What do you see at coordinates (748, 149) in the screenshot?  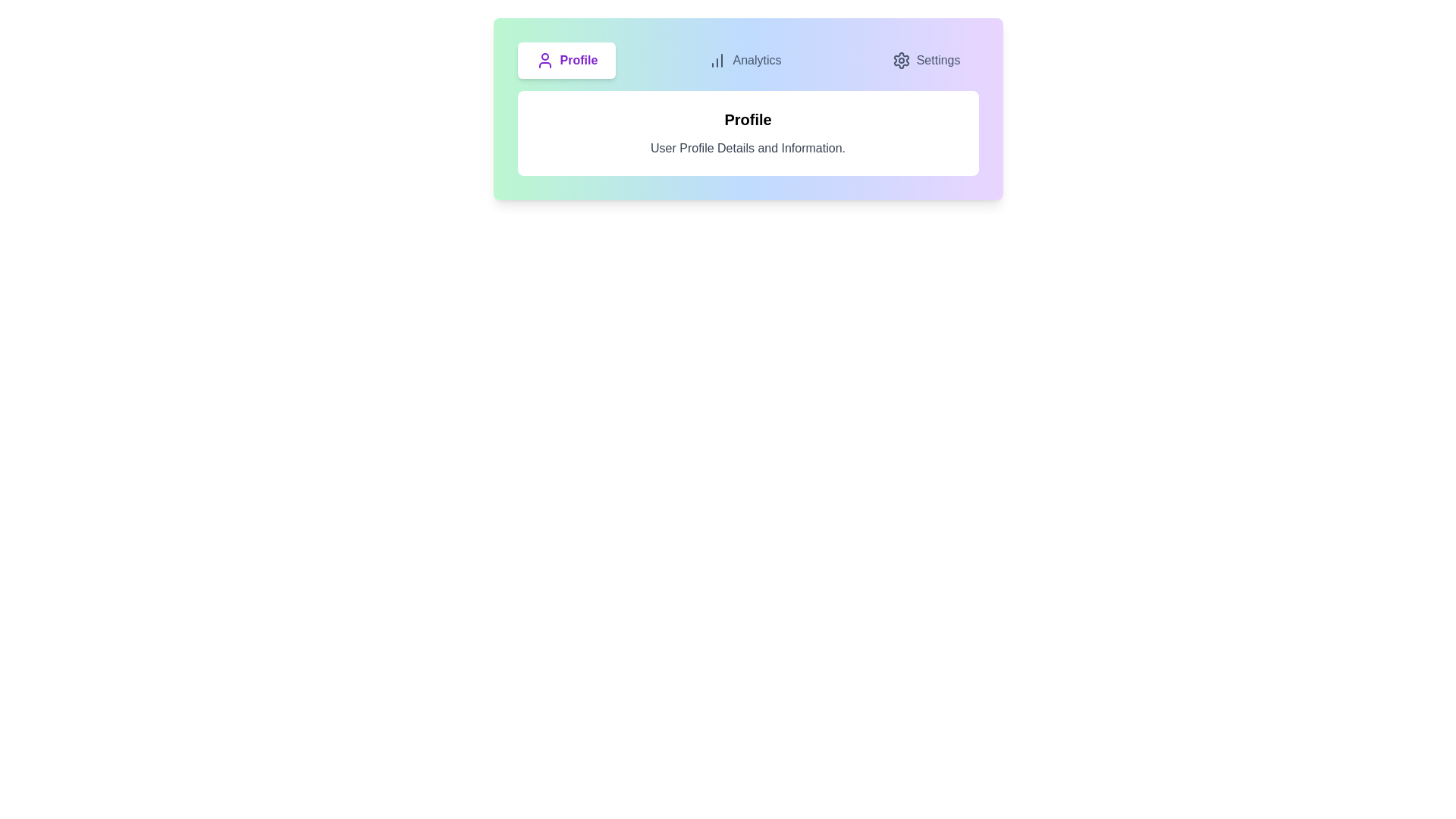 I see `the text 'User Profile Details and Information.' in the content area to select it` at bounding box center [748, 149].